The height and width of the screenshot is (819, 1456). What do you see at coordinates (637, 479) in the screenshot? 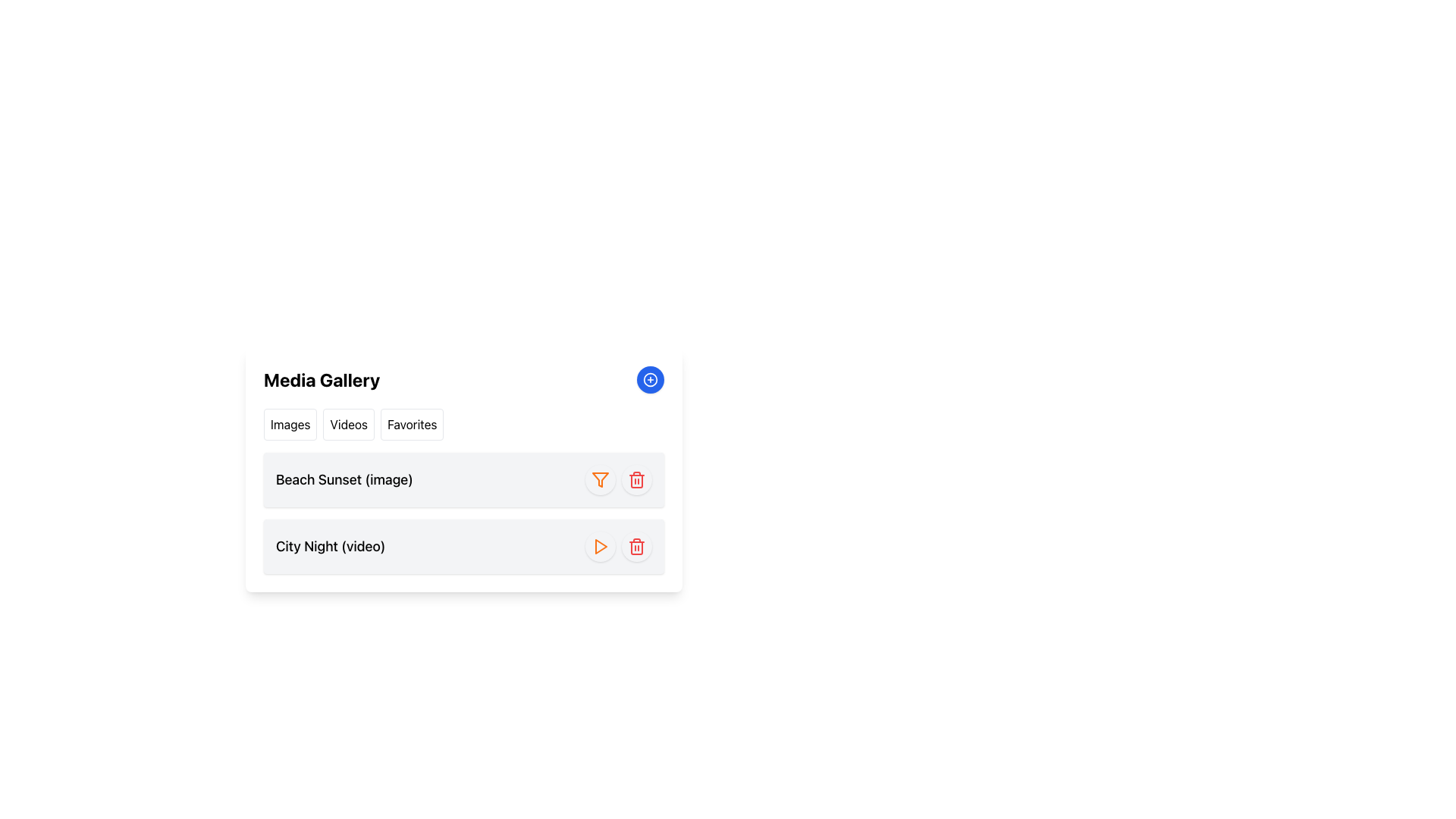
I see `the trash can icon located to the right of the 'Beach Sunset (image)' list item in the 'Media Gallery'` at bounding box center [637, 479].